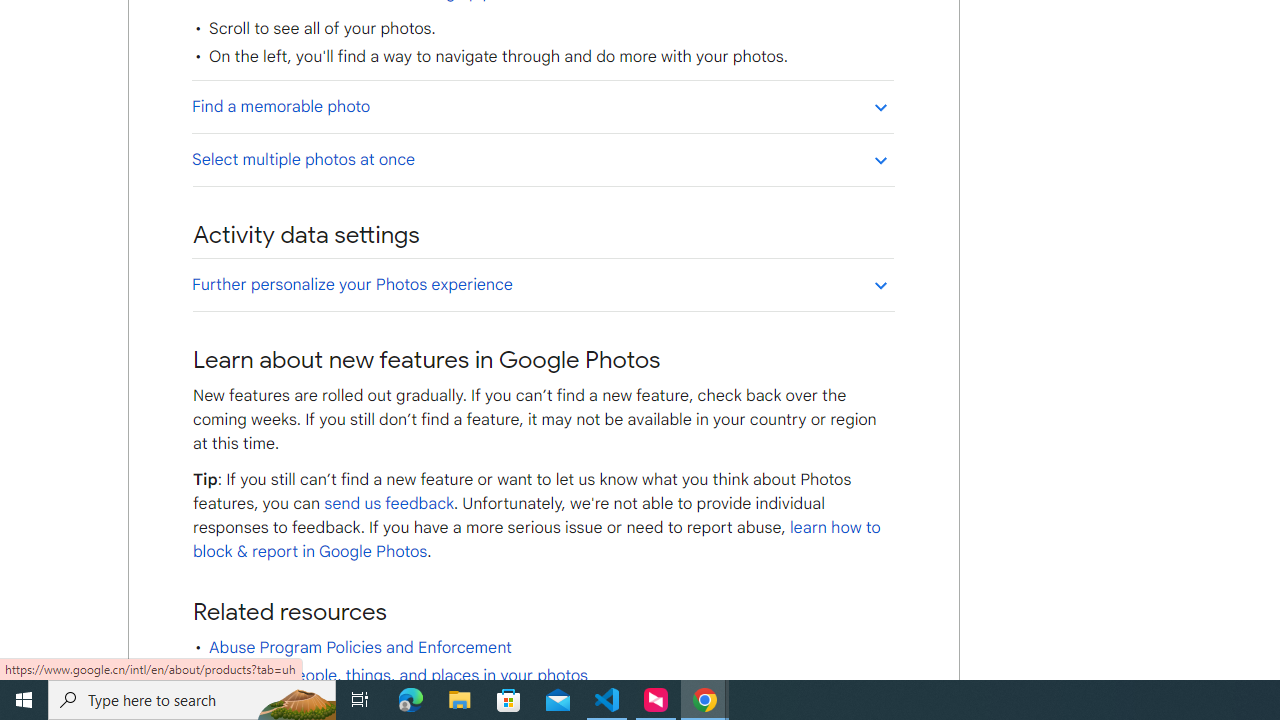  I want to click on 'Abuse Program Policies and Enforcement', so click(360, 648).